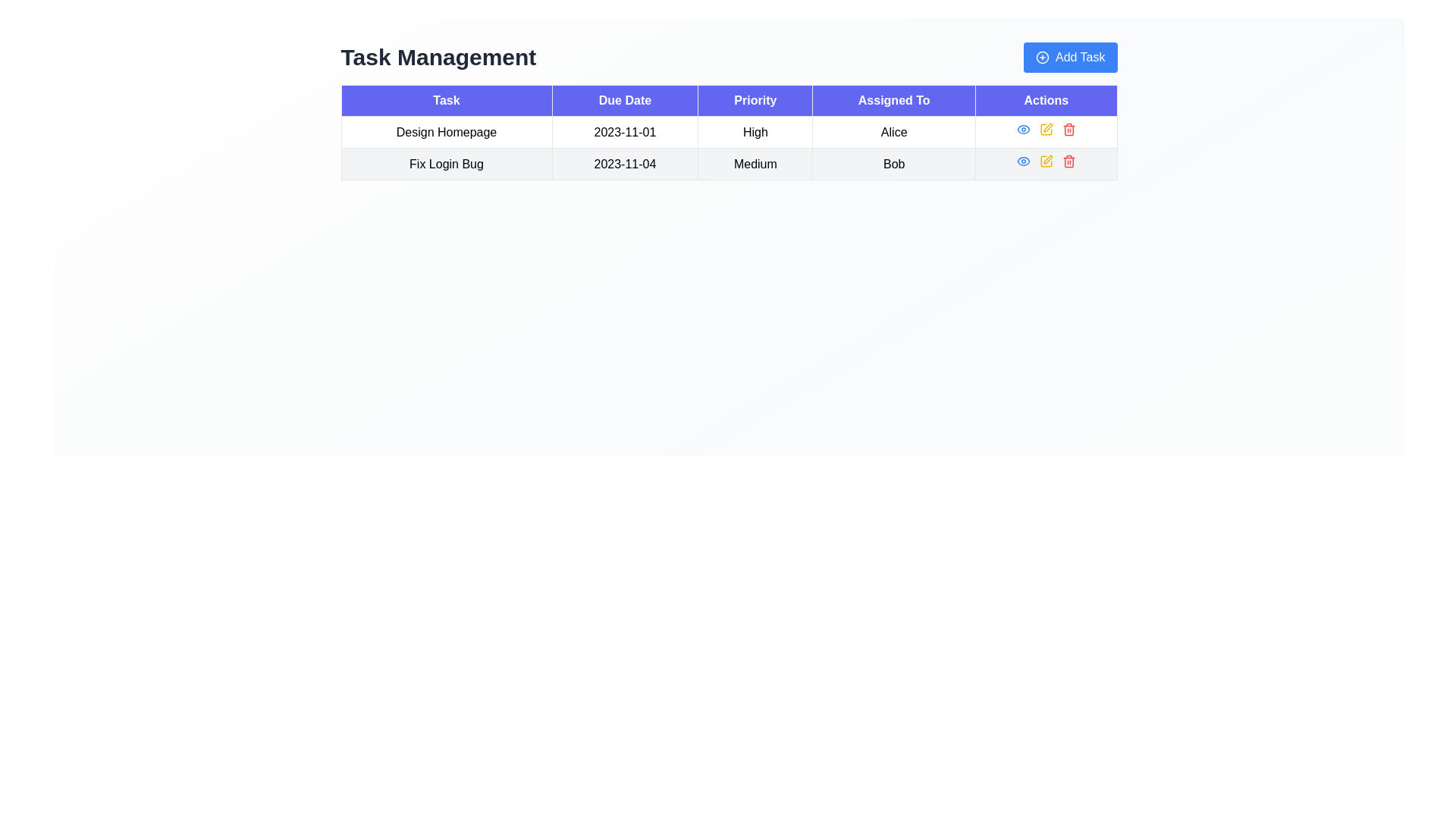 The width and height of the screenshot is (1456, 819). What do you see at coordinates (1045, 161) in the screenshot?
I see `the edit button in the 'Actions' column of the task management table, associated with the task 'Fix Login Bug'` at bounding box center [1045, 161].